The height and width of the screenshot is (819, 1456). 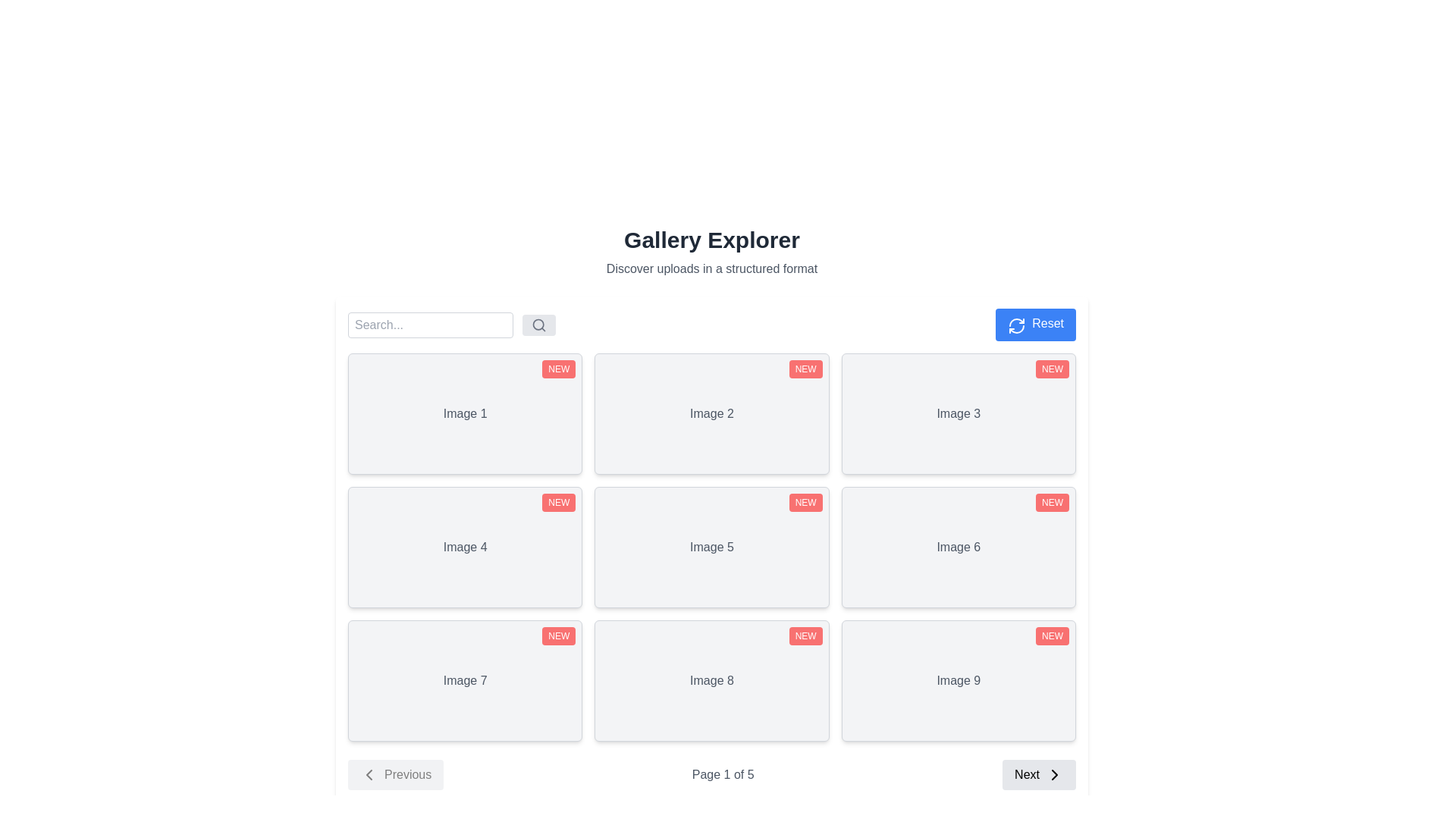 I want to click on the button located at the bottom-right corner of the pagination control panel, which is the rightmost element next to 'Page 1 of 5', so click(x=1038, y=775).